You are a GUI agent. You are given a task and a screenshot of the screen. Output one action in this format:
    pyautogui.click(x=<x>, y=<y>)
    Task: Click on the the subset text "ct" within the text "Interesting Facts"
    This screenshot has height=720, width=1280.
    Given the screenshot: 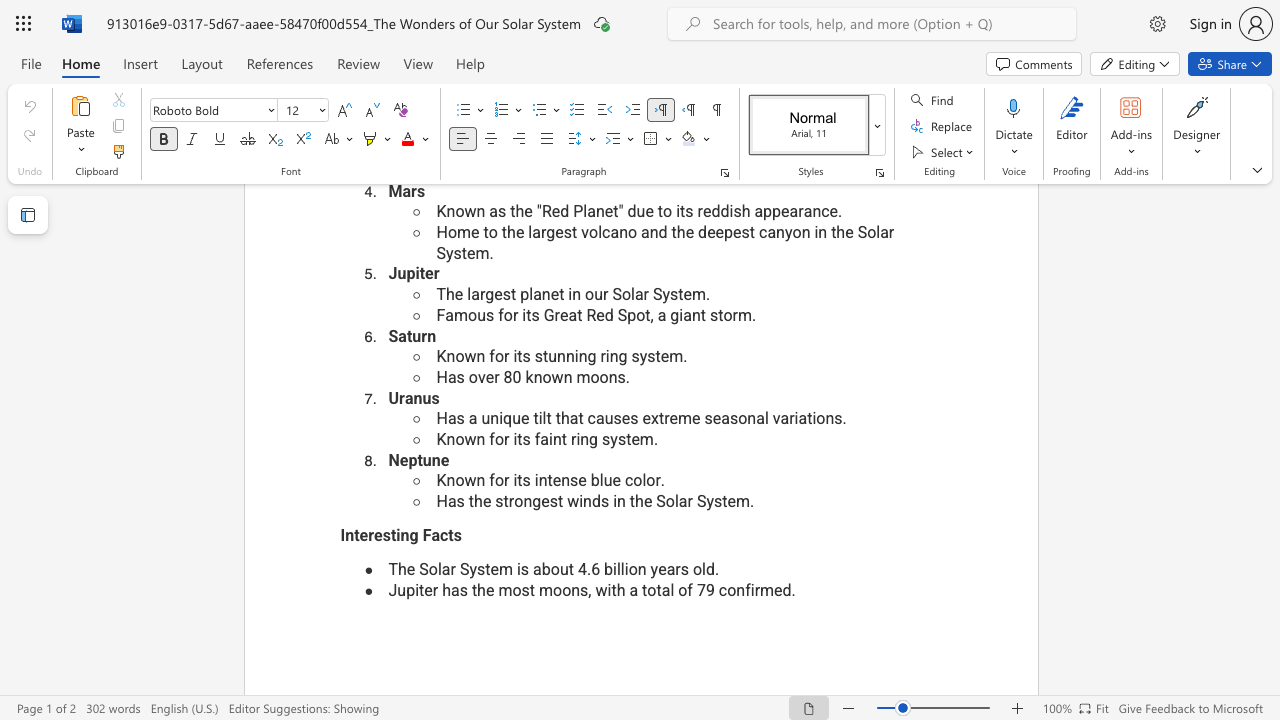 What is the action you would take?
    pyautogui.click(x=439, y=534)
    